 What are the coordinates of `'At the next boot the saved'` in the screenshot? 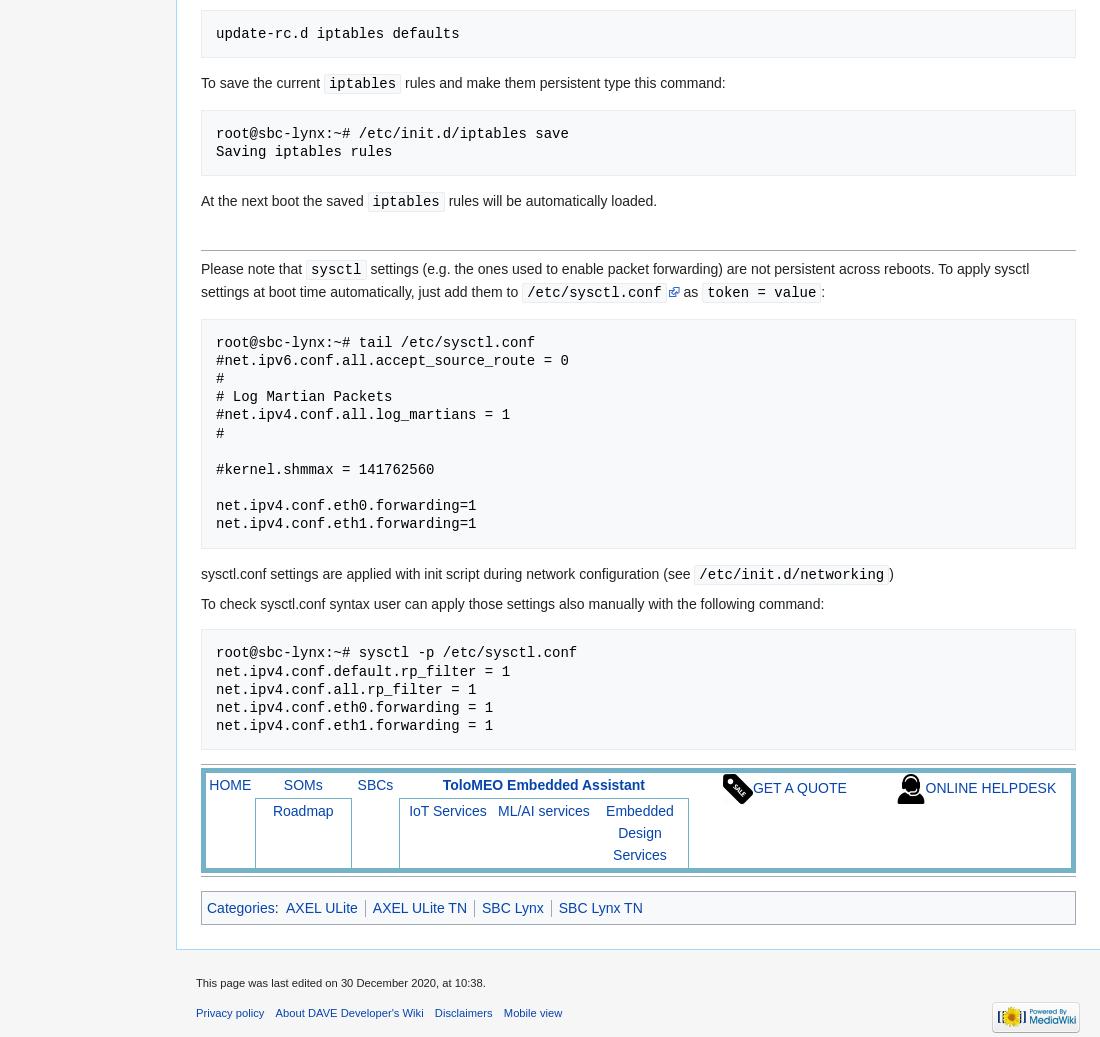 It's located at (283, 199).